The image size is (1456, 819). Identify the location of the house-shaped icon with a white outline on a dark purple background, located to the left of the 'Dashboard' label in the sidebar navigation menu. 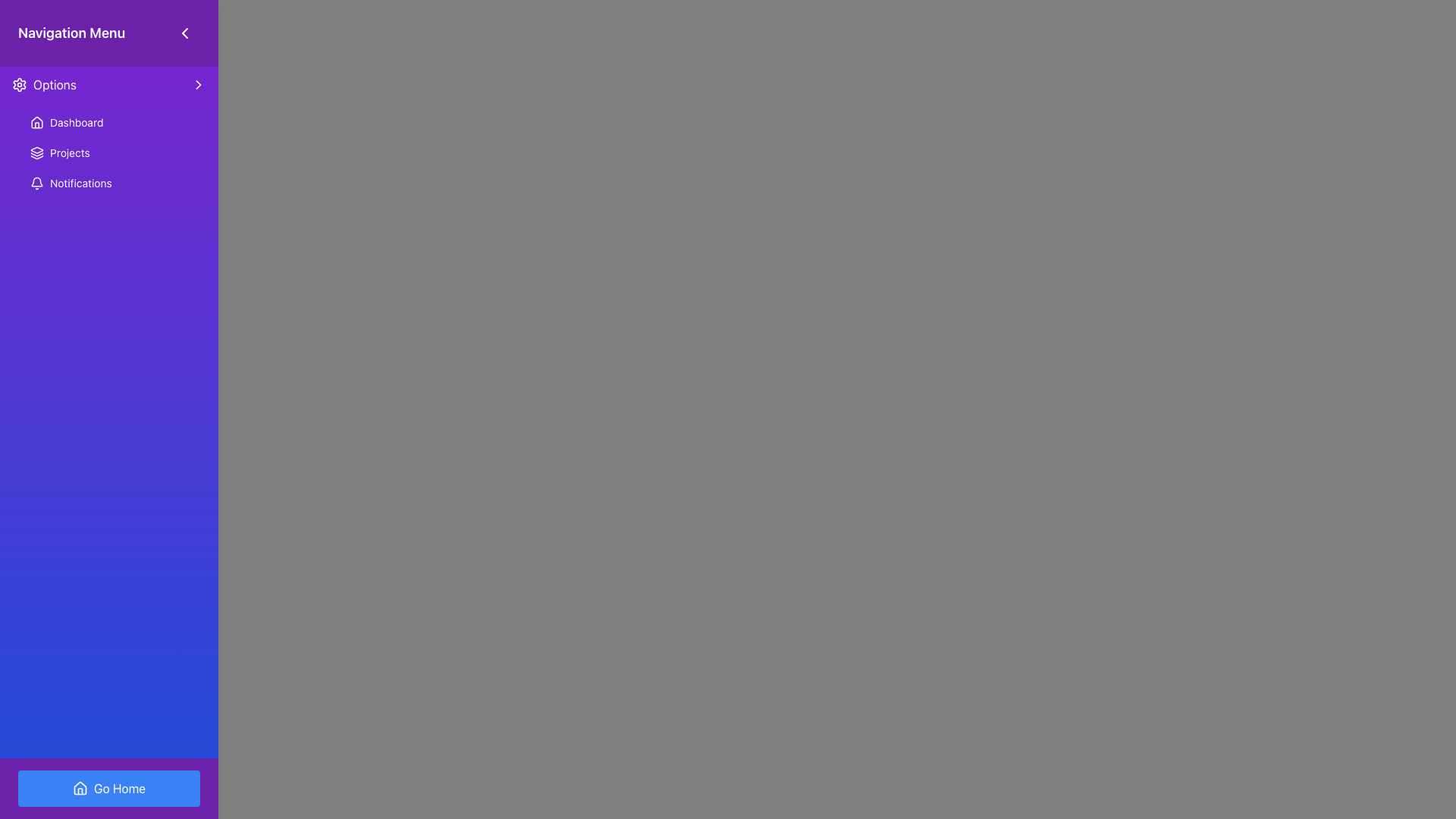
(36, 122).